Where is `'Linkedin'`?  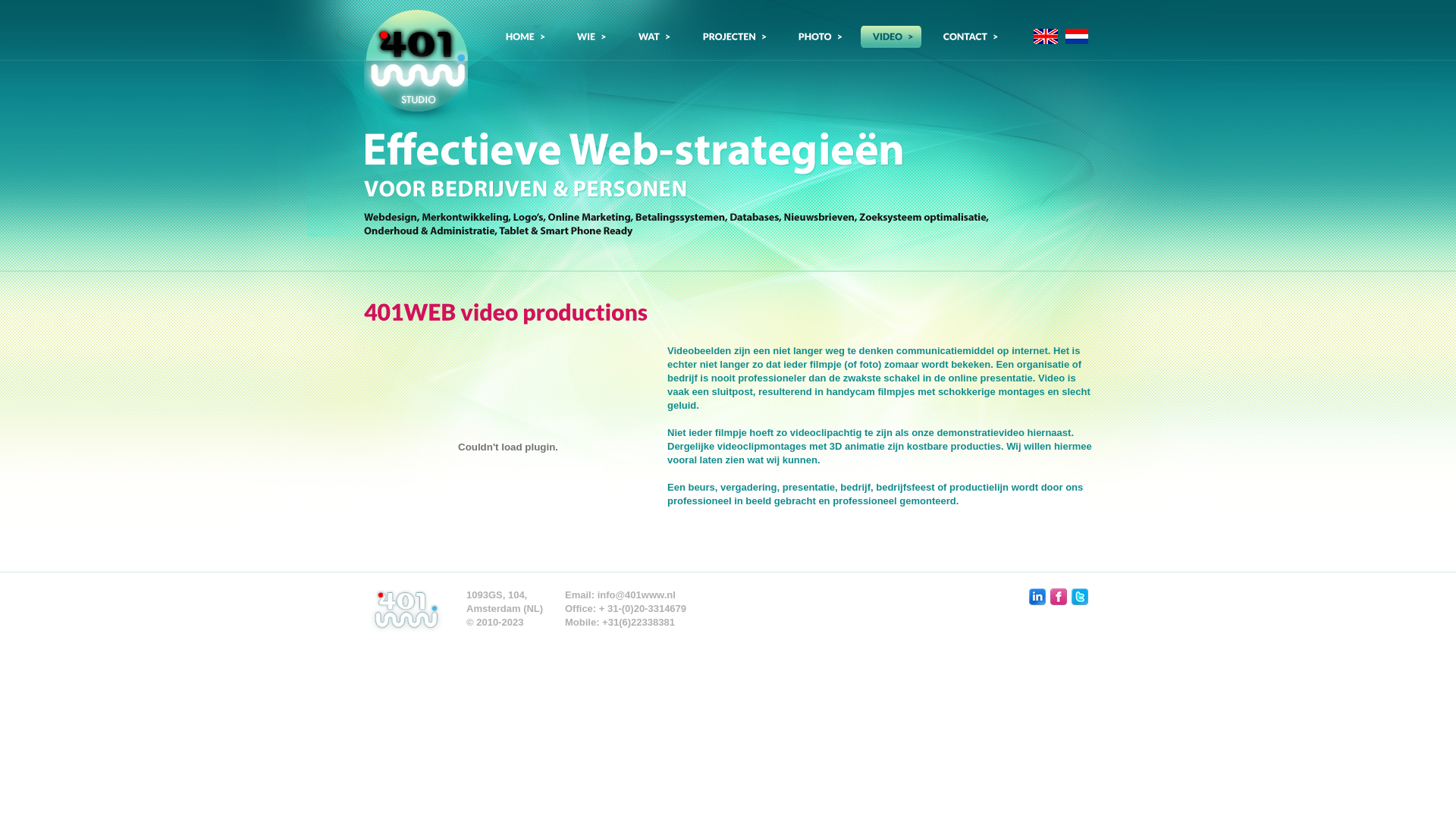
'Linkedin' is located at coordinates (1037, 595).